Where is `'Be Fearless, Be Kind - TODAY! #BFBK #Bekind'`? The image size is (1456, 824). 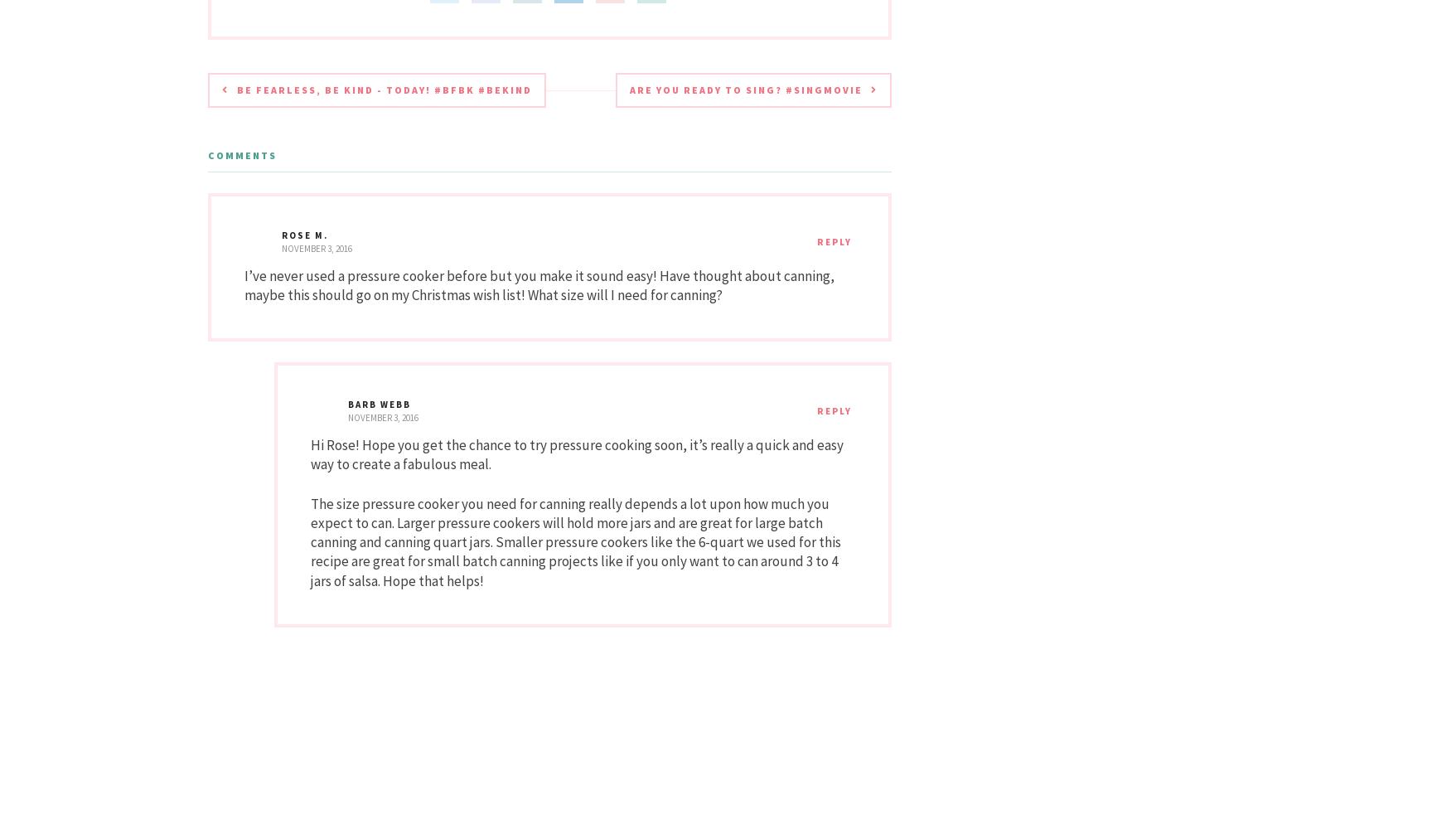 'Be Fearless, Be Kind - TODAY! #BFBK #Bekind' is located at coordinates (384, 89).